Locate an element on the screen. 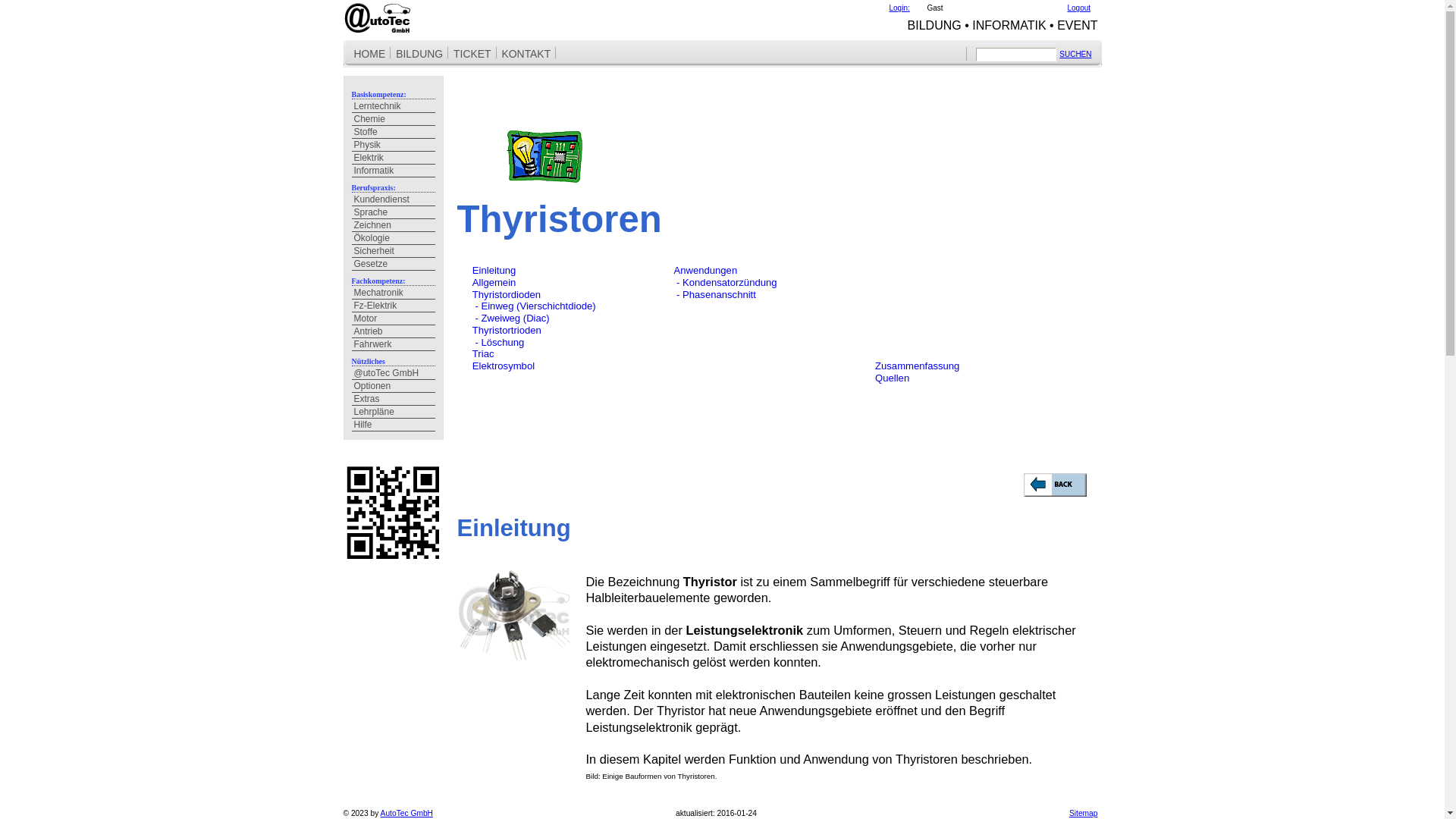 The height and width of the screenshot is (819, 1456). 'Triac' is located at coordinates (482, 353).